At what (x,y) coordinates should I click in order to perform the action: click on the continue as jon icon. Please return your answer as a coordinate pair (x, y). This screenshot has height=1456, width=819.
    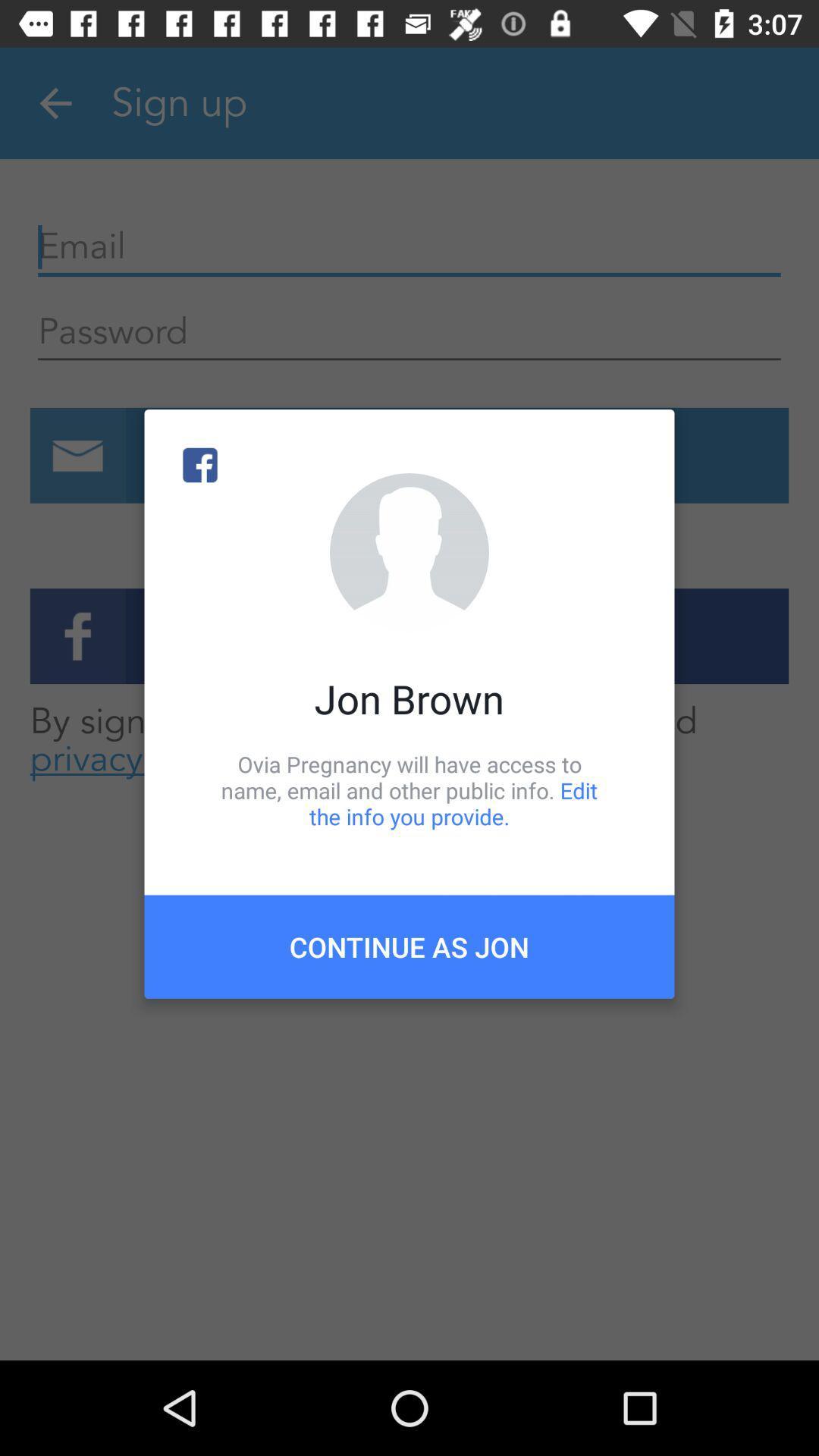
    Looking at the image, I should click on (409, 946).